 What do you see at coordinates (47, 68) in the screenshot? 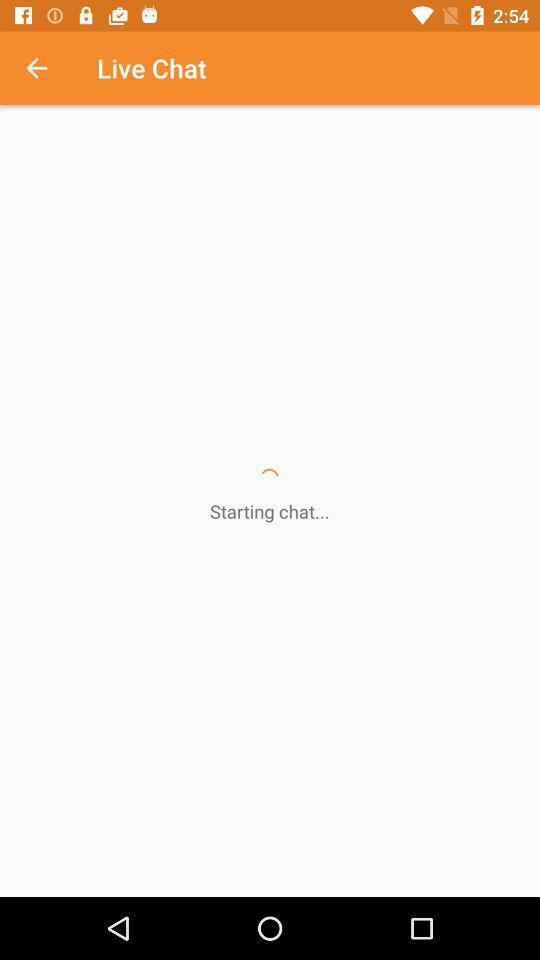
I see `the icon to the left of the live chat` at bounding box center [47, 68].